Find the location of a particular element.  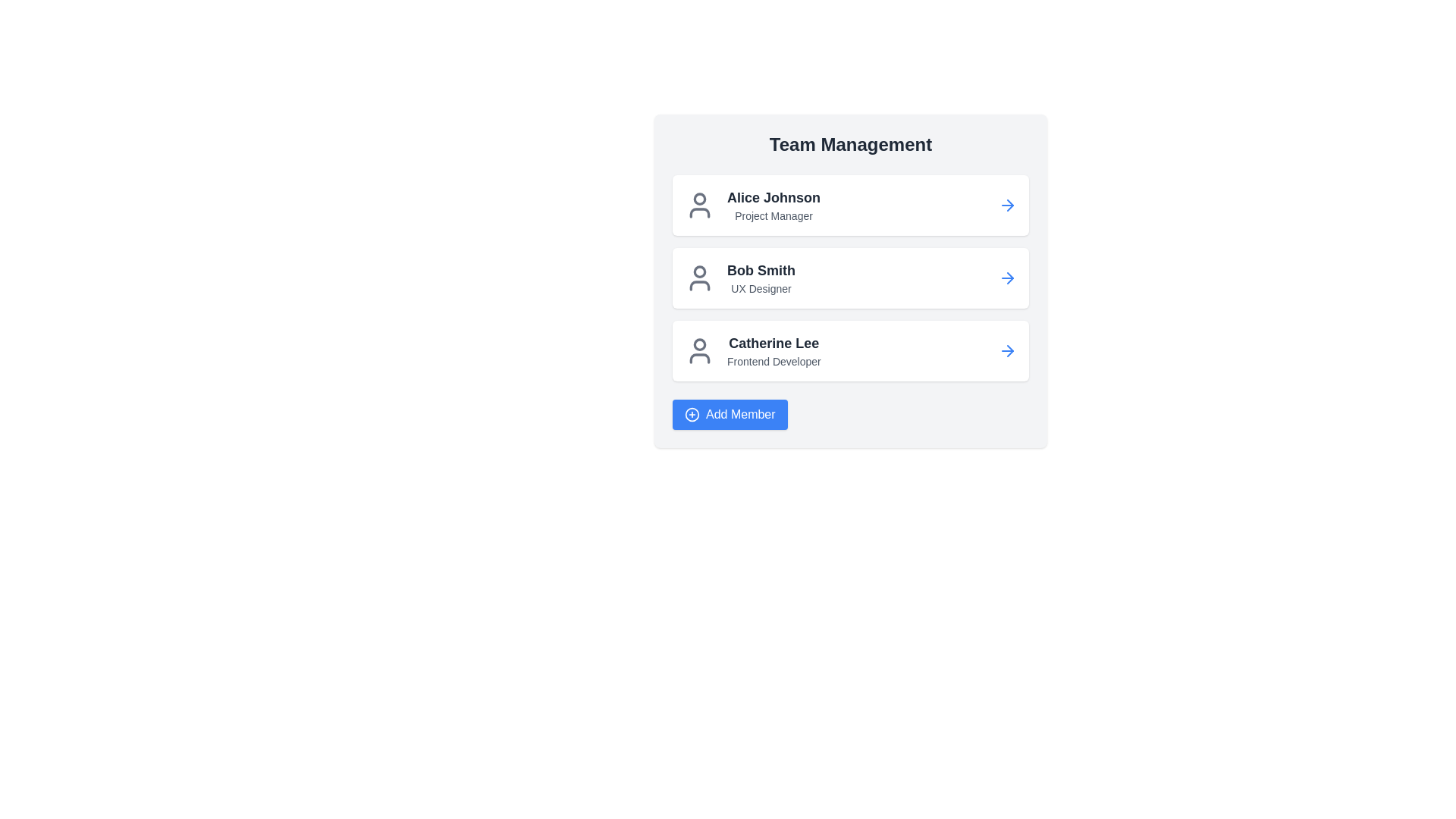

the decorative graphical circle icon located at the upper part of the profile icon next to 'Bob Smith' is located at coordinates (698, 271).